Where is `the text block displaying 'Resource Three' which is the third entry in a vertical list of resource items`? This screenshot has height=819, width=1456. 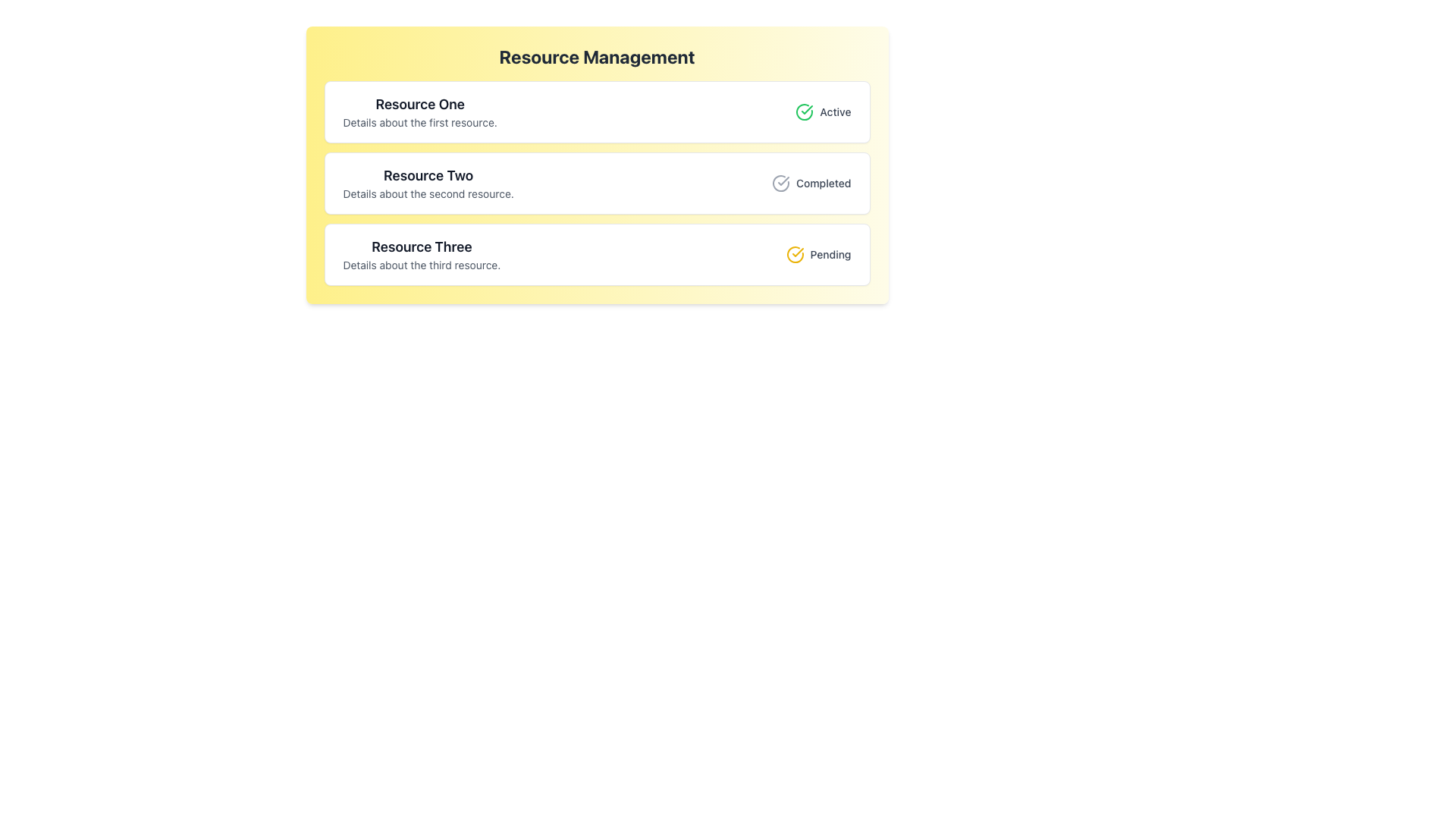
the text block displaying 'Resource Three' which is the third entry in a vertical list of resource items is located at coordinates (422, 253).